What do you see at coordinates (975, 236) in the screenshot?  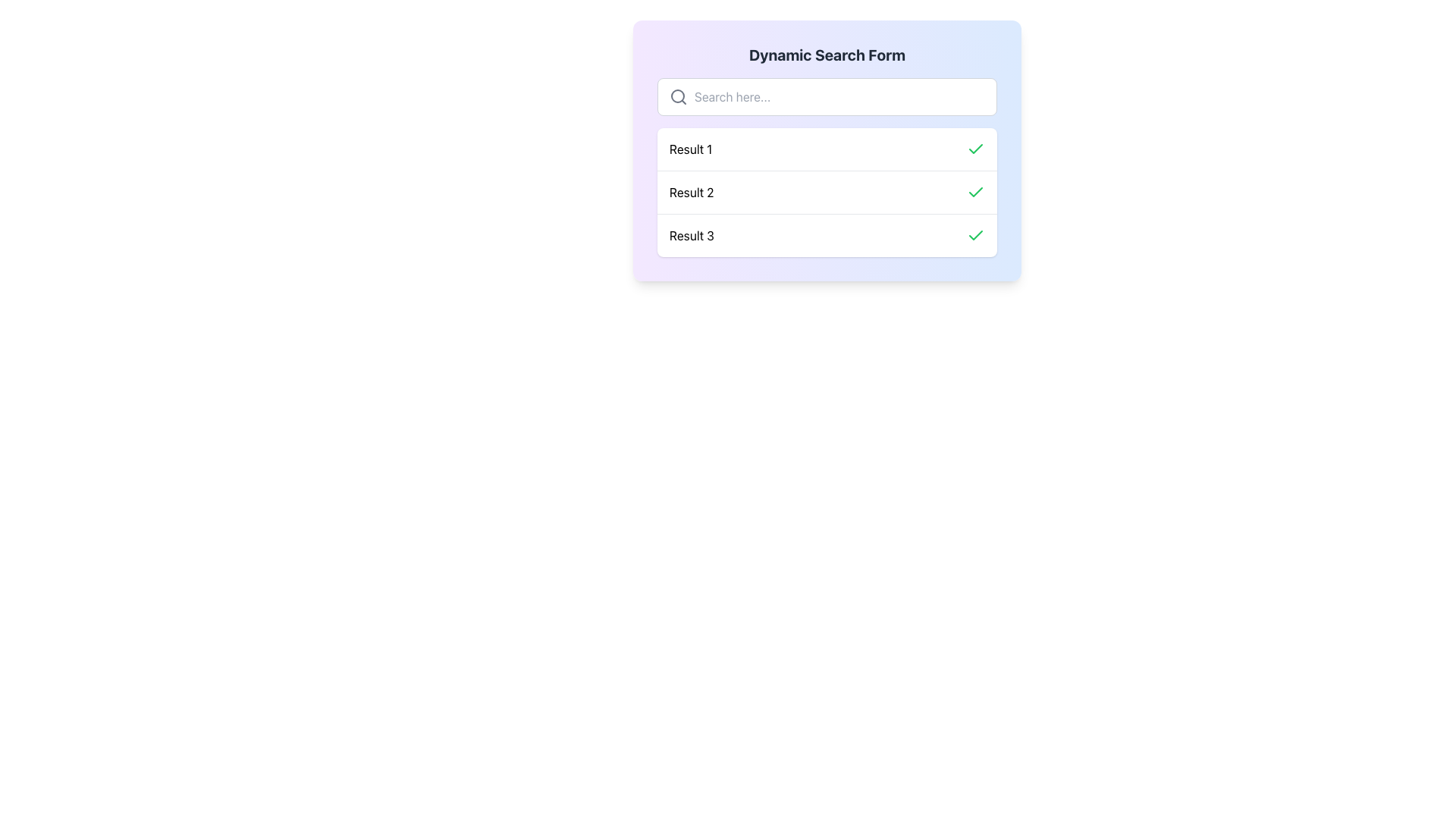 I see `the validation icon located on the far-right side of the 'Result 3' entry` at bounding box center [975, 236].